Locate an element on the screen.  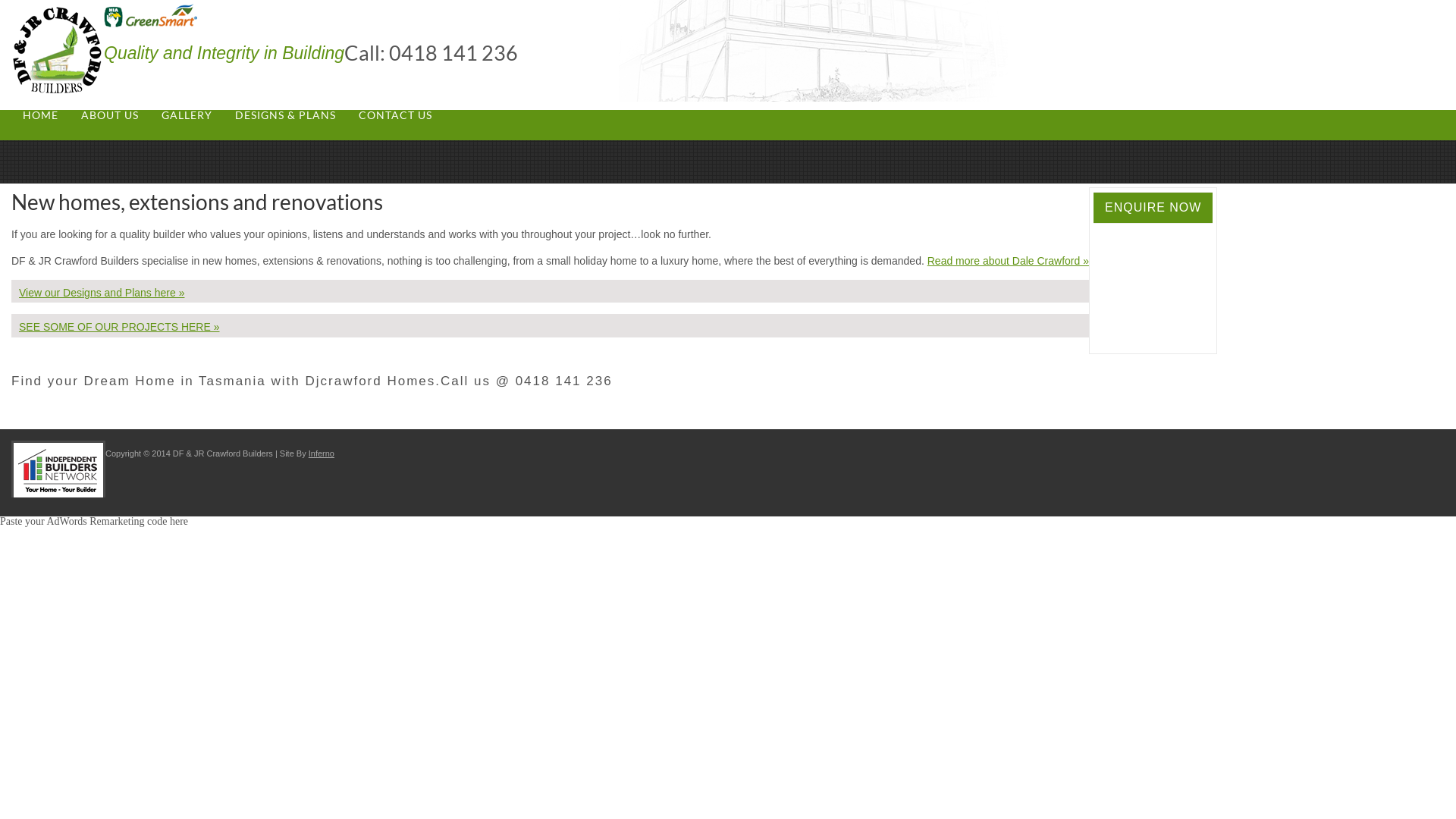
'DESIGNS & PLANS' is located at coordinates (222, 114).